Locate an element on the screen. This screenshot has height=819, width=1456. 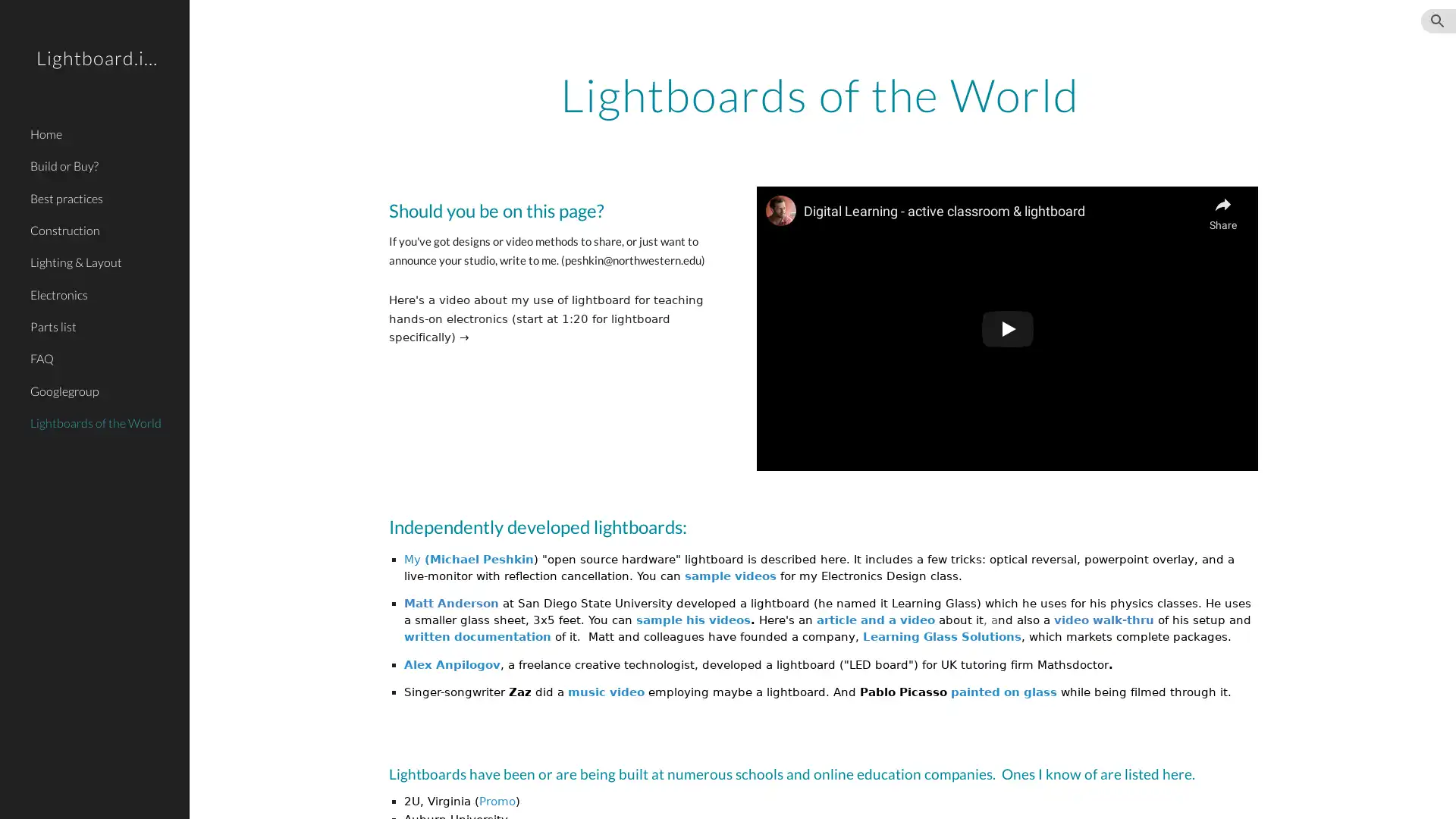
Copy heading link is located at coordinates (705, 526).